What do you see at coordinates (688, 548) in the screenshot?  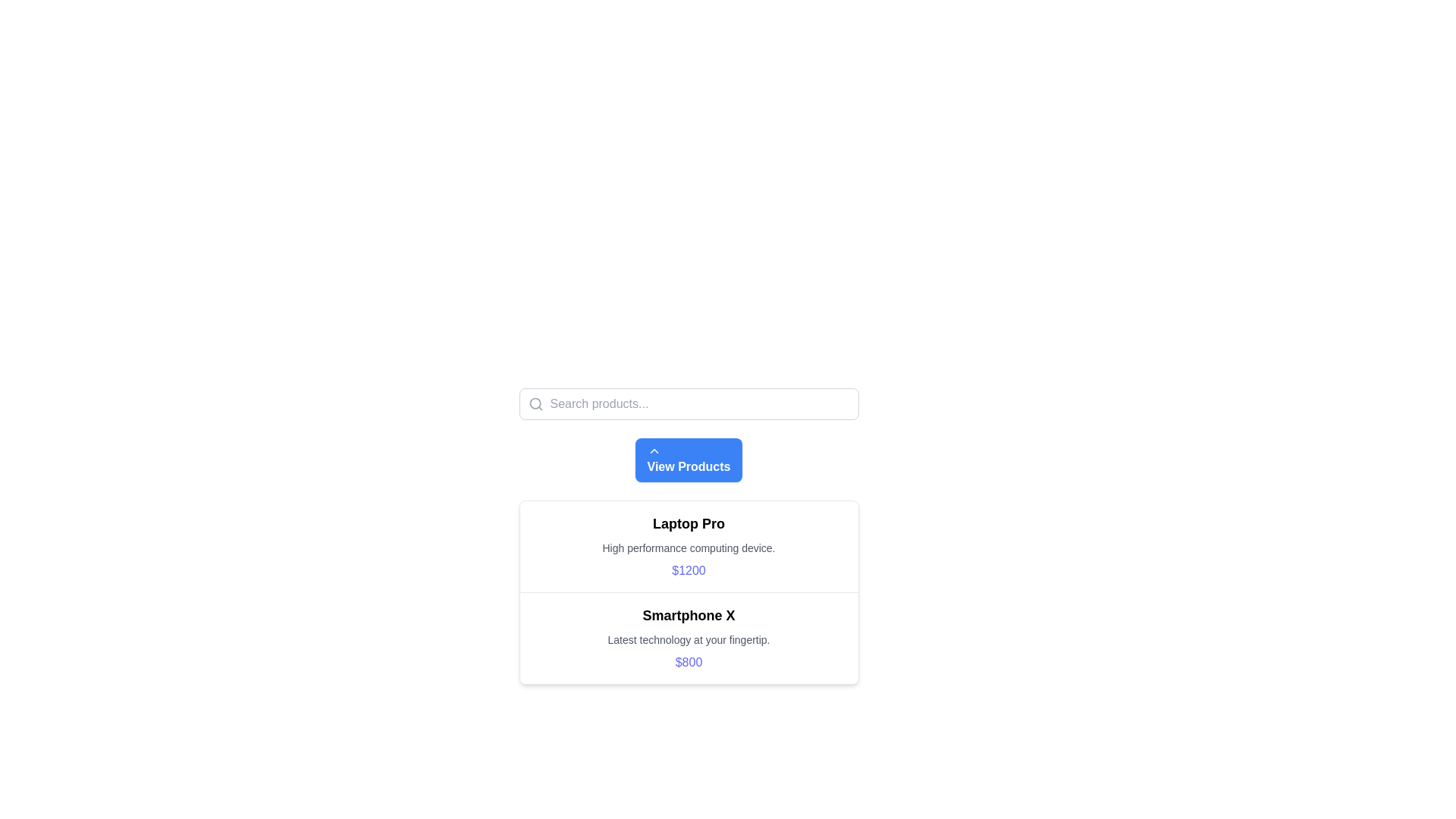 I see `text label that provides a brief description of the product 'Laptop Pro', which is centrally aligned and positioned between the title and the price information` at bounding box center [688, 548].